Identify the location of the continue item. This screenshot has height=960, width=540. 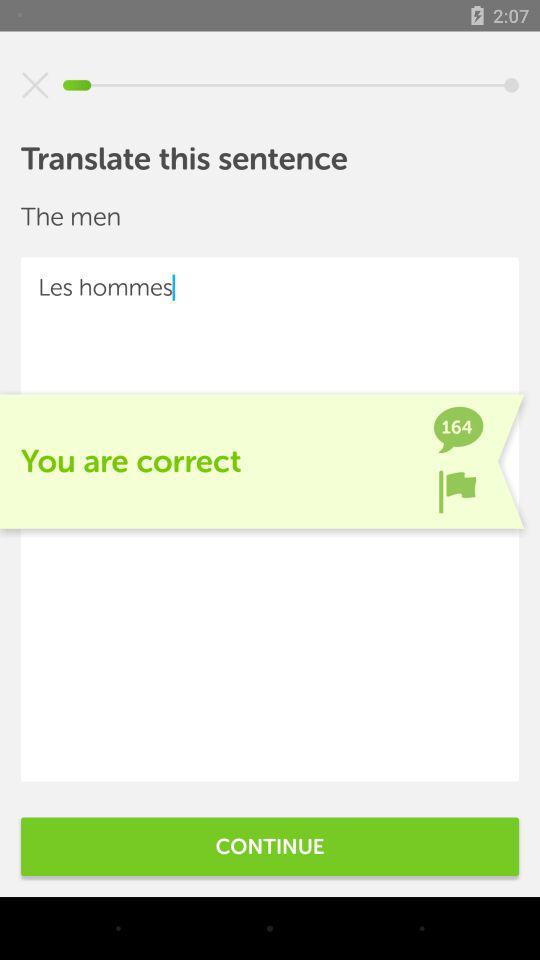
(270, 845).